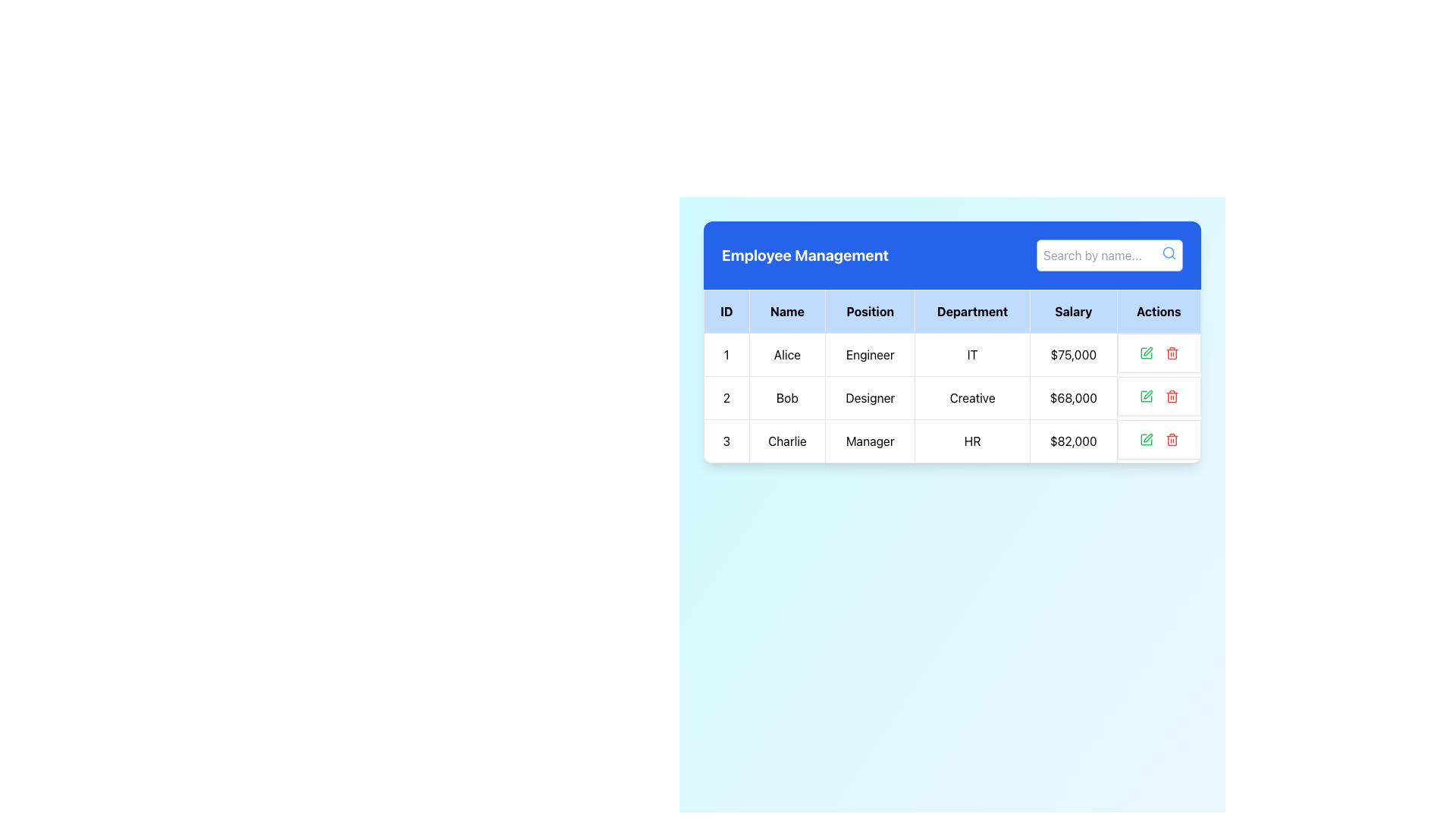 Image resolution: width=1456 pixels, height=819 pixels. What do you see at coordinates (1171, 395) in the screenshot?
I see `the red trash can icon in the 'Actions' column for 'Bob Designer' to initiate a delete action` at bounding box center [1171, 395].